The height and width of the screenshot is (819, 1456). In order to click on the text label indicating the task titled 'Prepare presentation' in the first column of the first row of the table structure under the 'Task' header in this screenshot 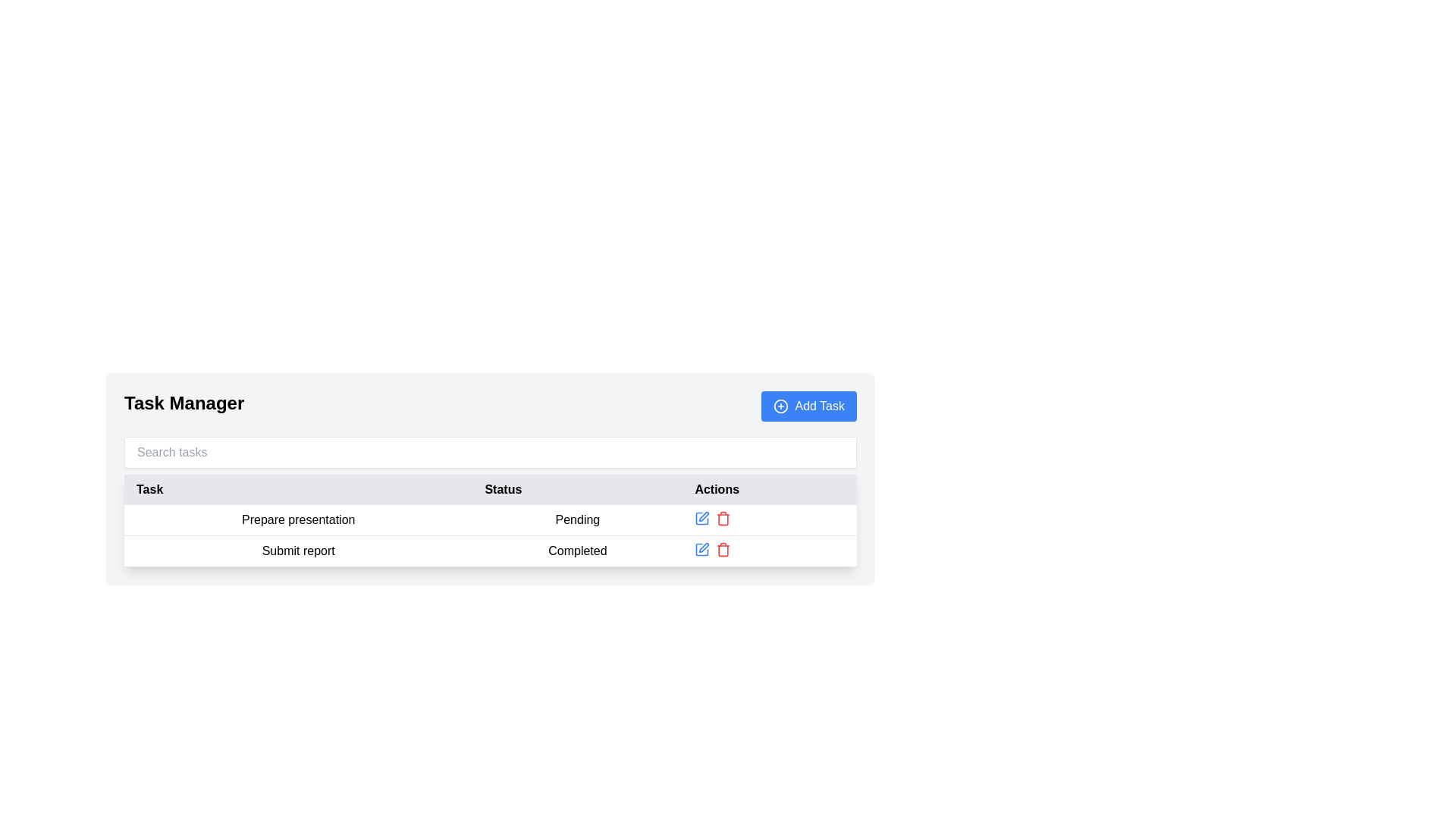, I will do `click(298, 519)`.